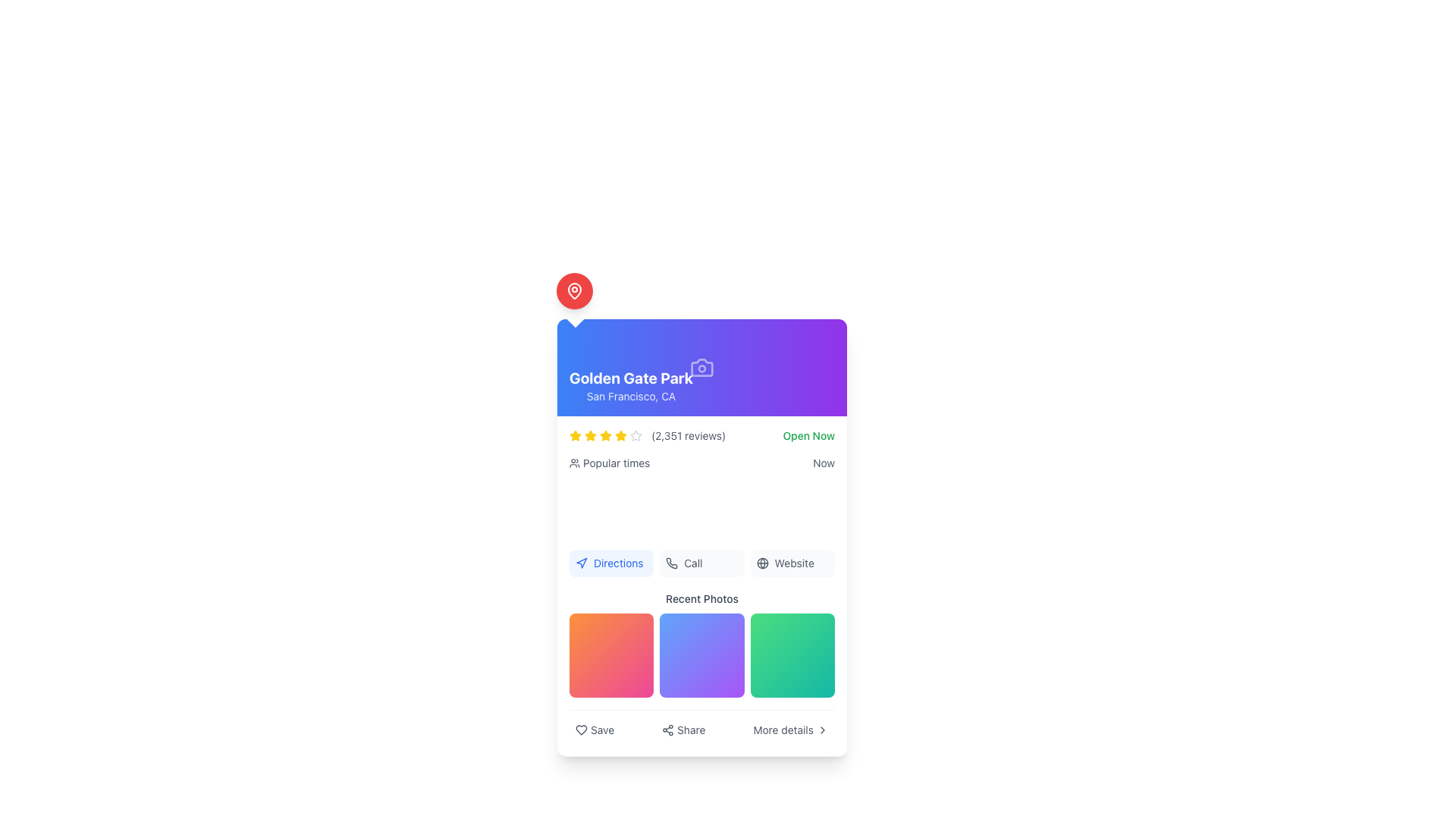 This screenshot has width=1456, height=819. I want to click on the first star icon in the rating system located below the title 'Golden Gate Park, San Francisco, CA' to indirectly participate in the rating system, so click(589, 435).